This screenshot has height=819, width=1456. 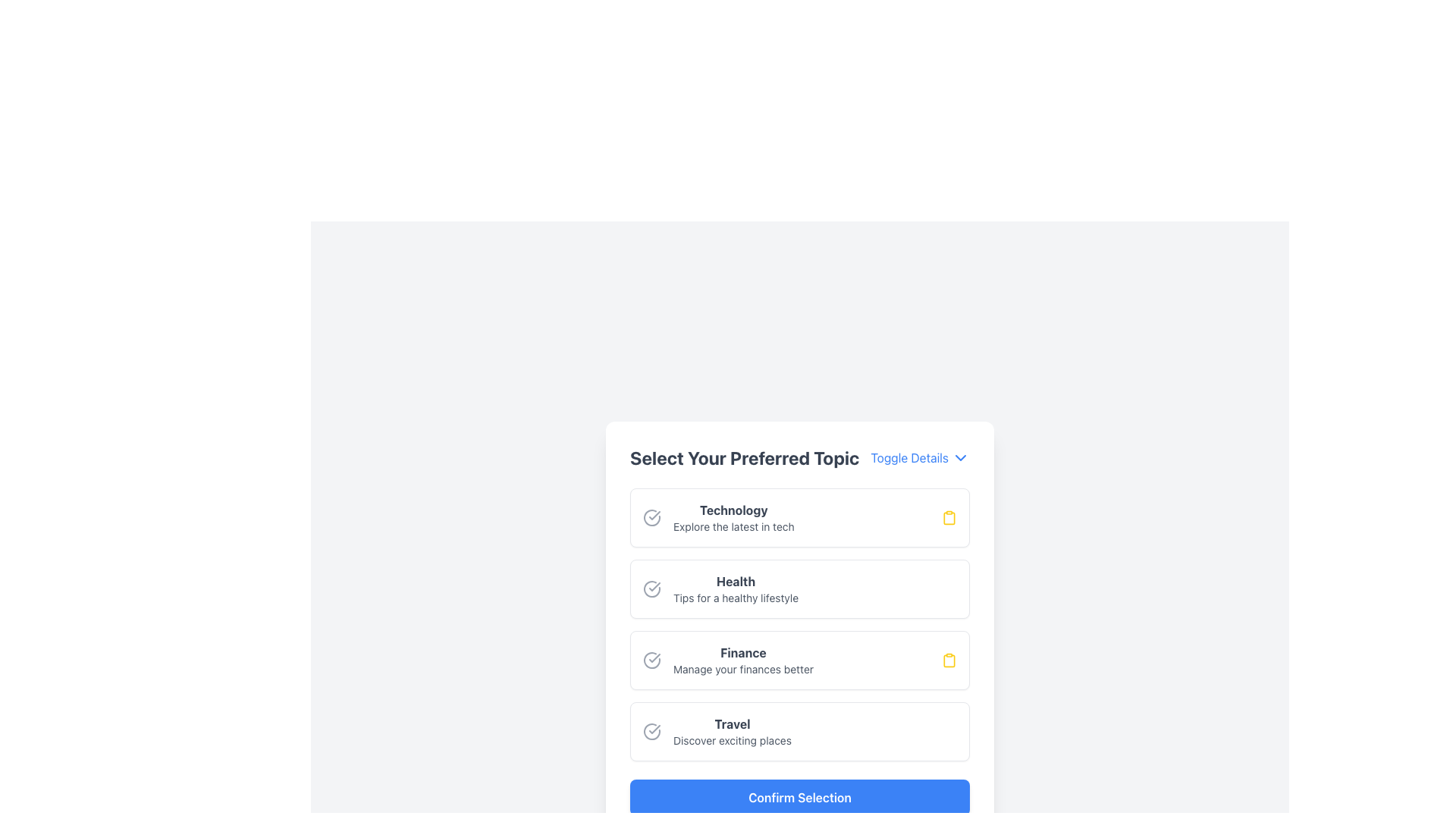 What do you see at coordinates (720, 588) in the screenshot?
I see `the List item with a stylized check icon and text 'Health' within the second card under 'Select Your Preferred Topic' for context menu options` at bounding box center [720, 588].